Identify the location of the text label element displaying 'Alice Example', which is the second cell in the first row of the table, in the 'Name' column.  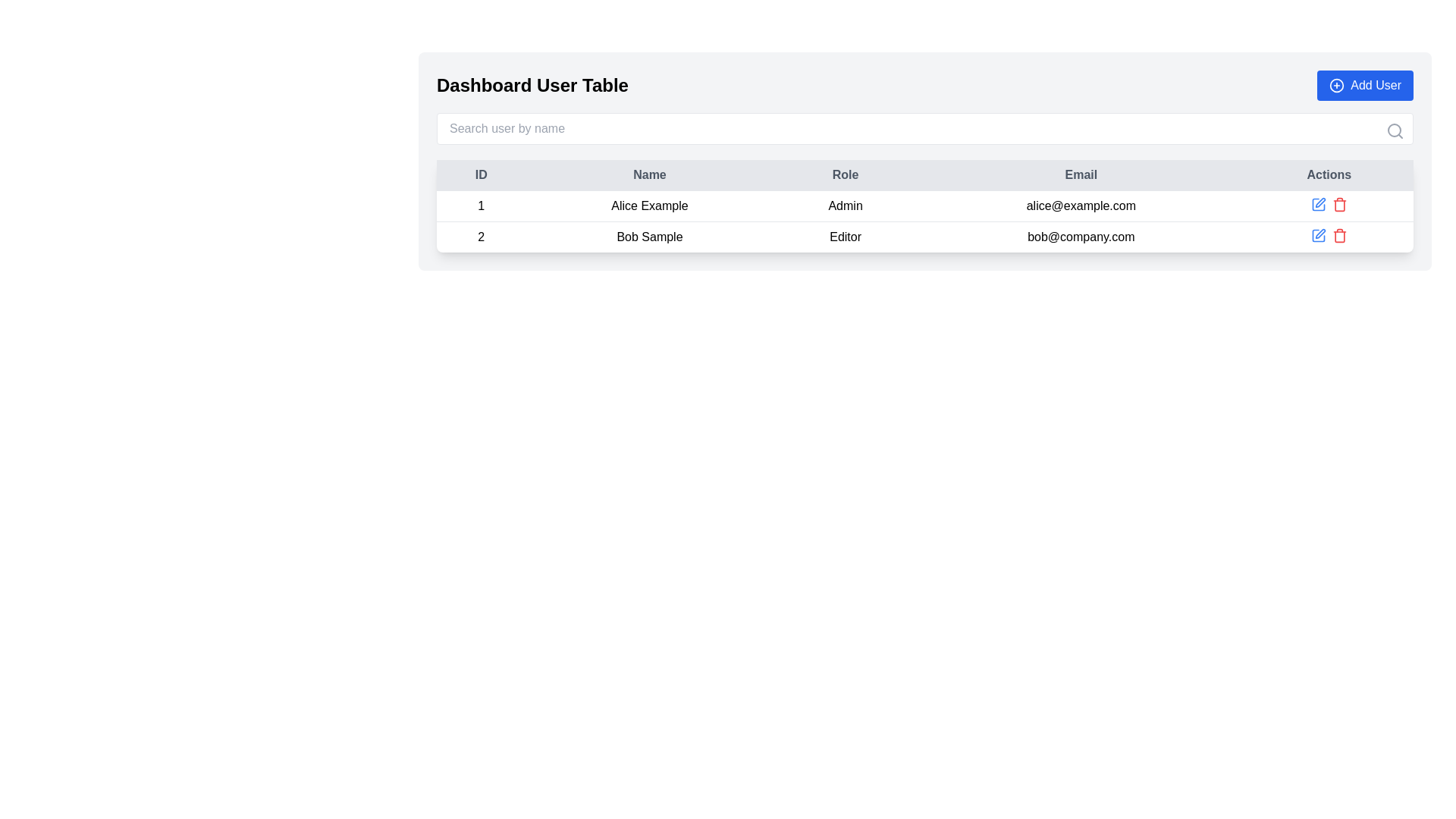
(649, 206).